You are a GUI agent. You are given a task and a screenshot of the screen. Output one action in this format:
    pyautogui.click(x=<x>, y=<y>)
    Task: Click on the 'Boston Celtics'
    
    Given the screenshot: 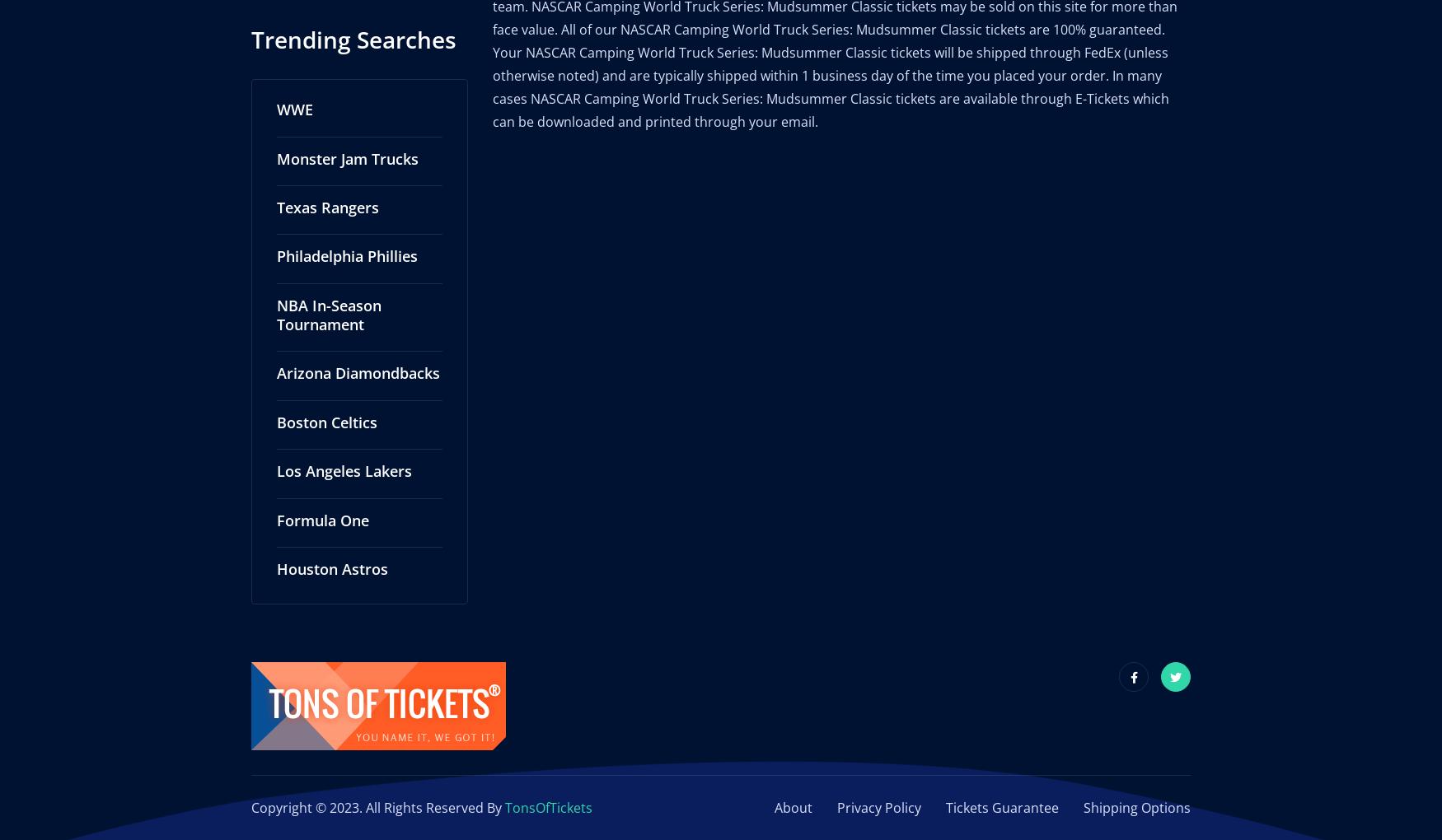 What is the action you would take?
    pyautogui.click(x=326, y=404)
    